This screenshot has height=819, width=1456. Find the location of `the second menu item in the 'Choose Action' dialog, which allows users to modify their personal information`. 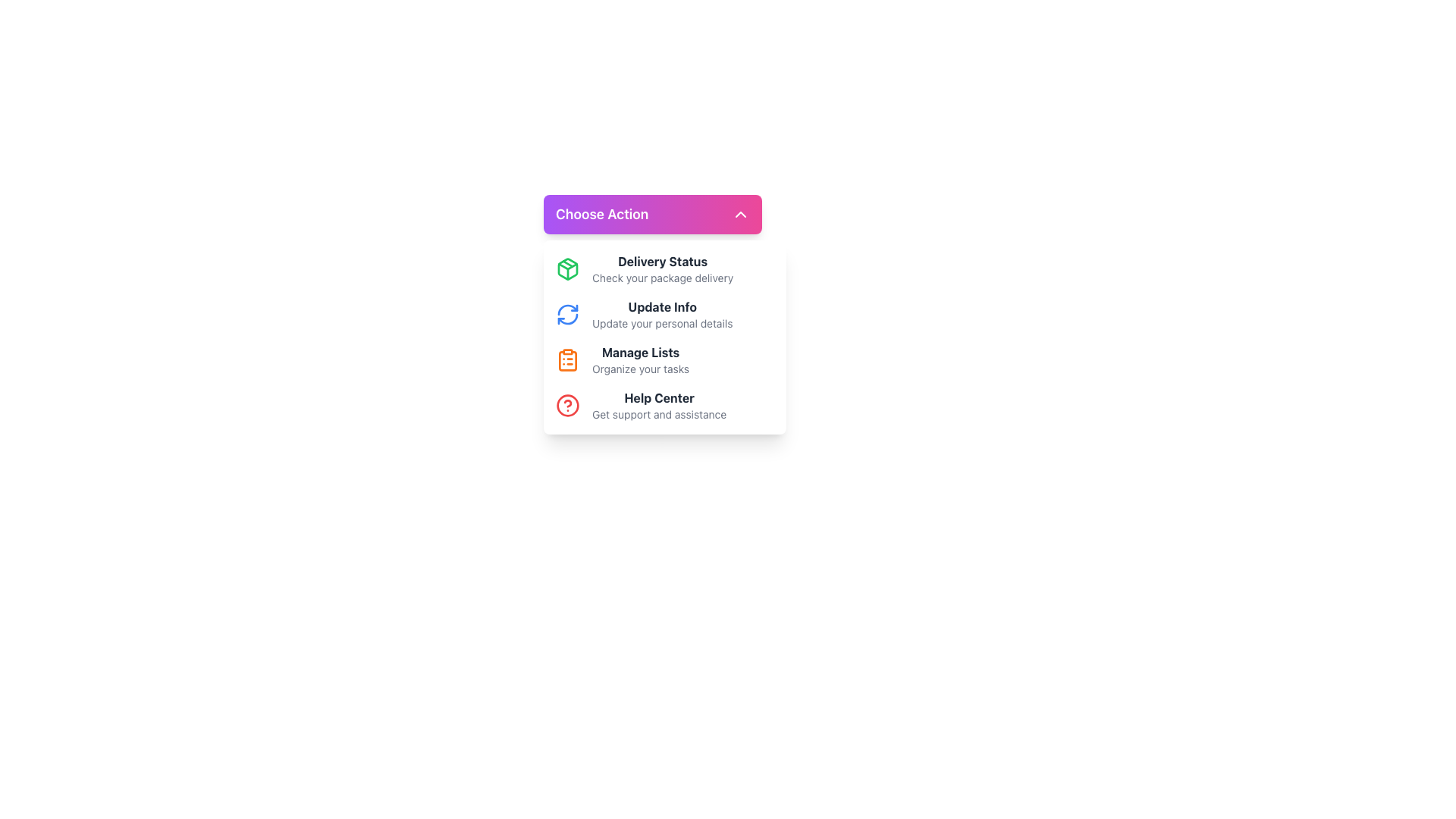

the second menu item in the 'Choose Action' dialog, which allows users to modify their personal information is located at coordinates (665, 314).